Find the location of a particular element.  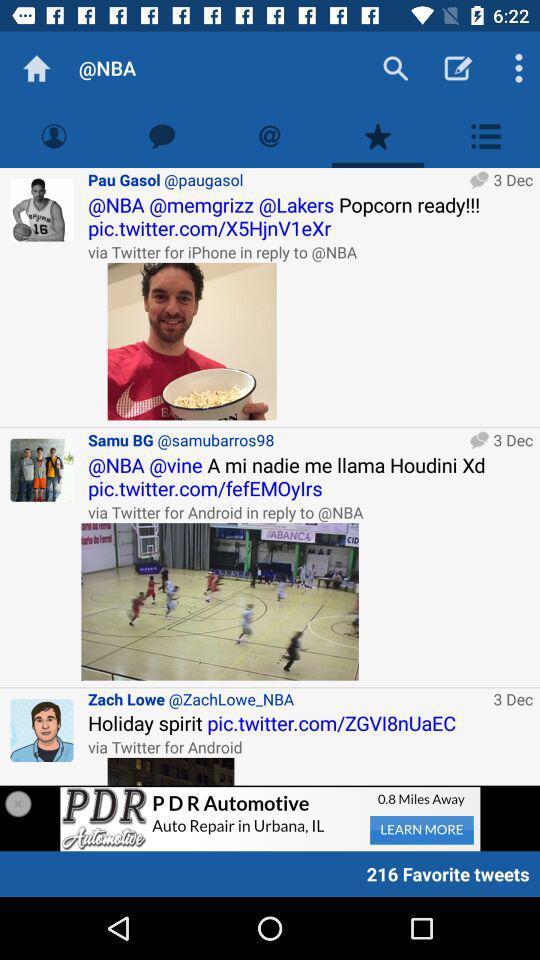

samu bg 's profile picture is located at coordinates (42, 470).